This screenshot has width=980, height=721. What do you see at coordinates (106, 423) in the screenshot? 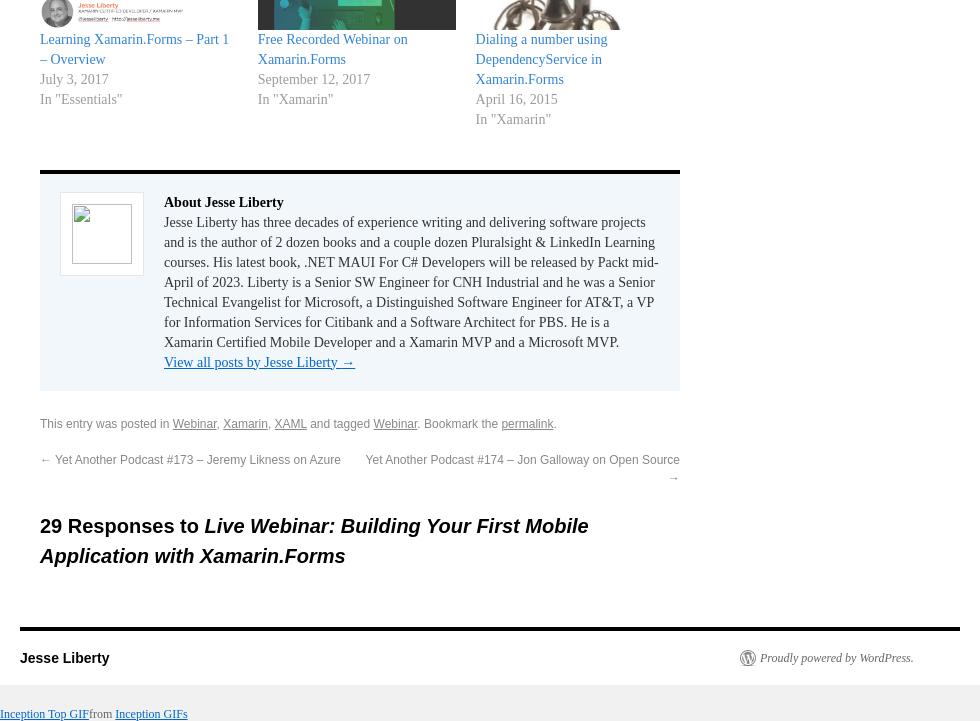
I see `'This entry was posted in'` at bounding box center [106, 423].